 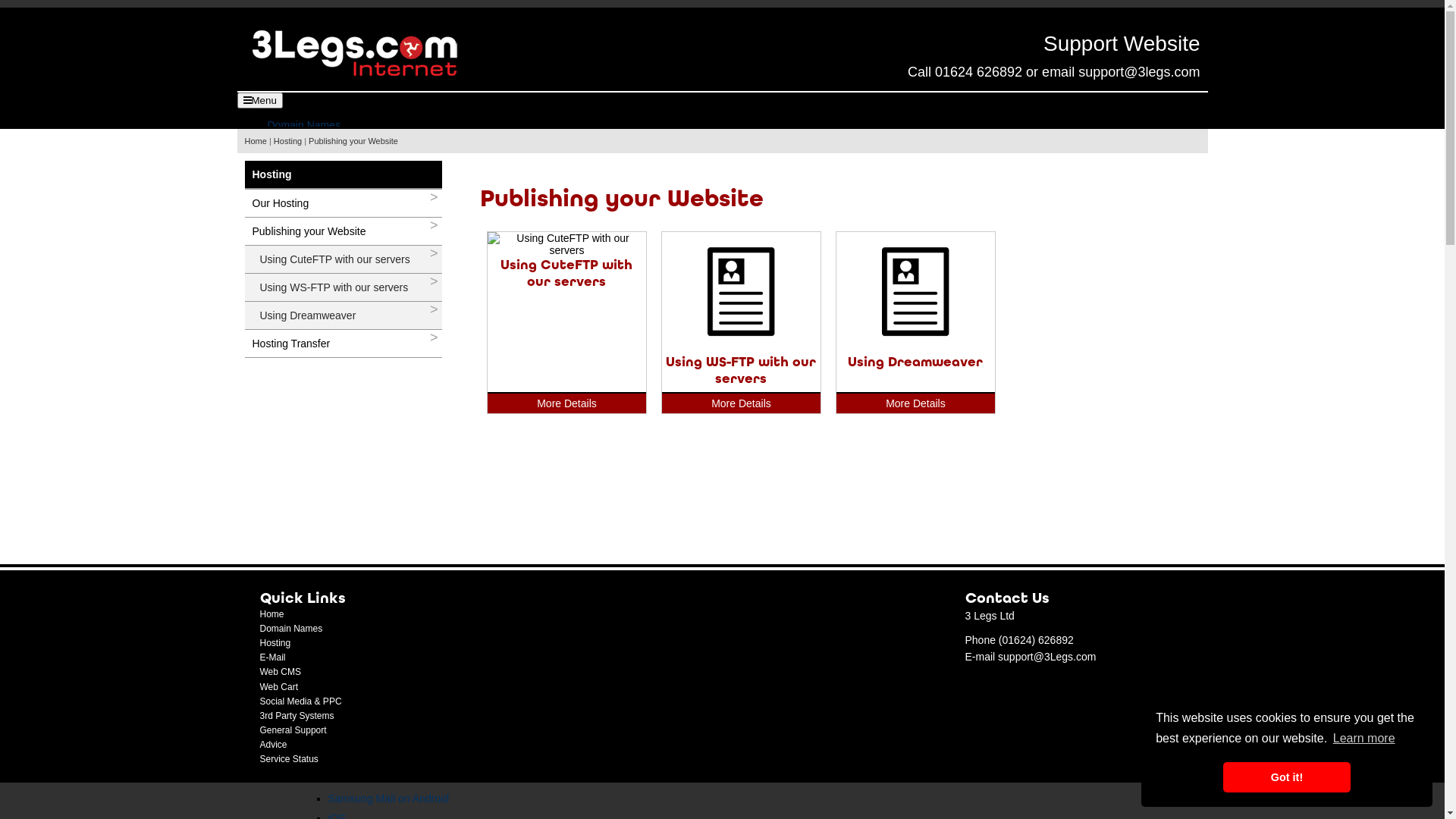 What do you see at coordinates (259, 100) in the screenshot?
I see `'Menu'` at bounding box center [259, 100].